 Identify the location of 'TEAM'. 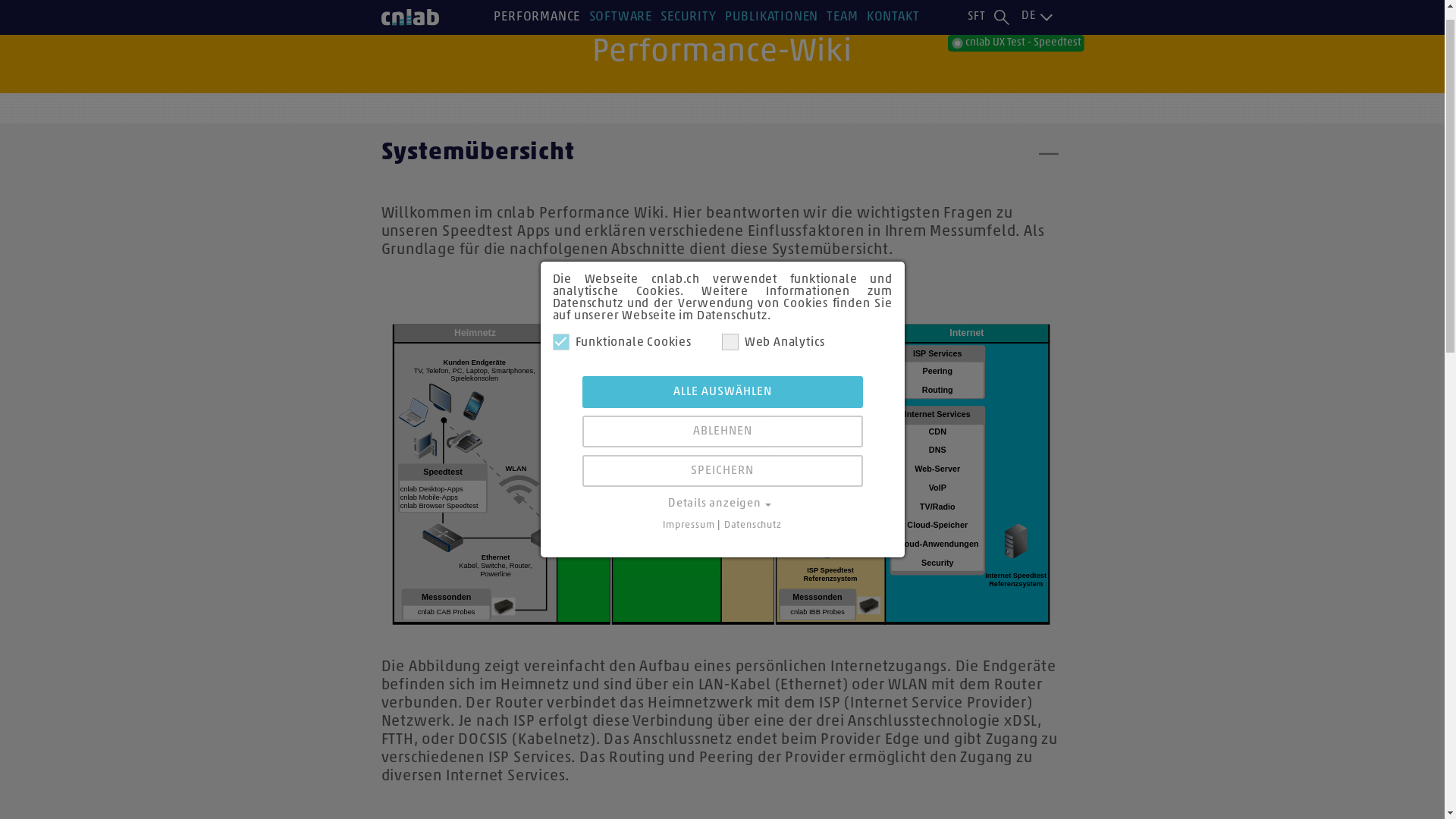
(841, 38).